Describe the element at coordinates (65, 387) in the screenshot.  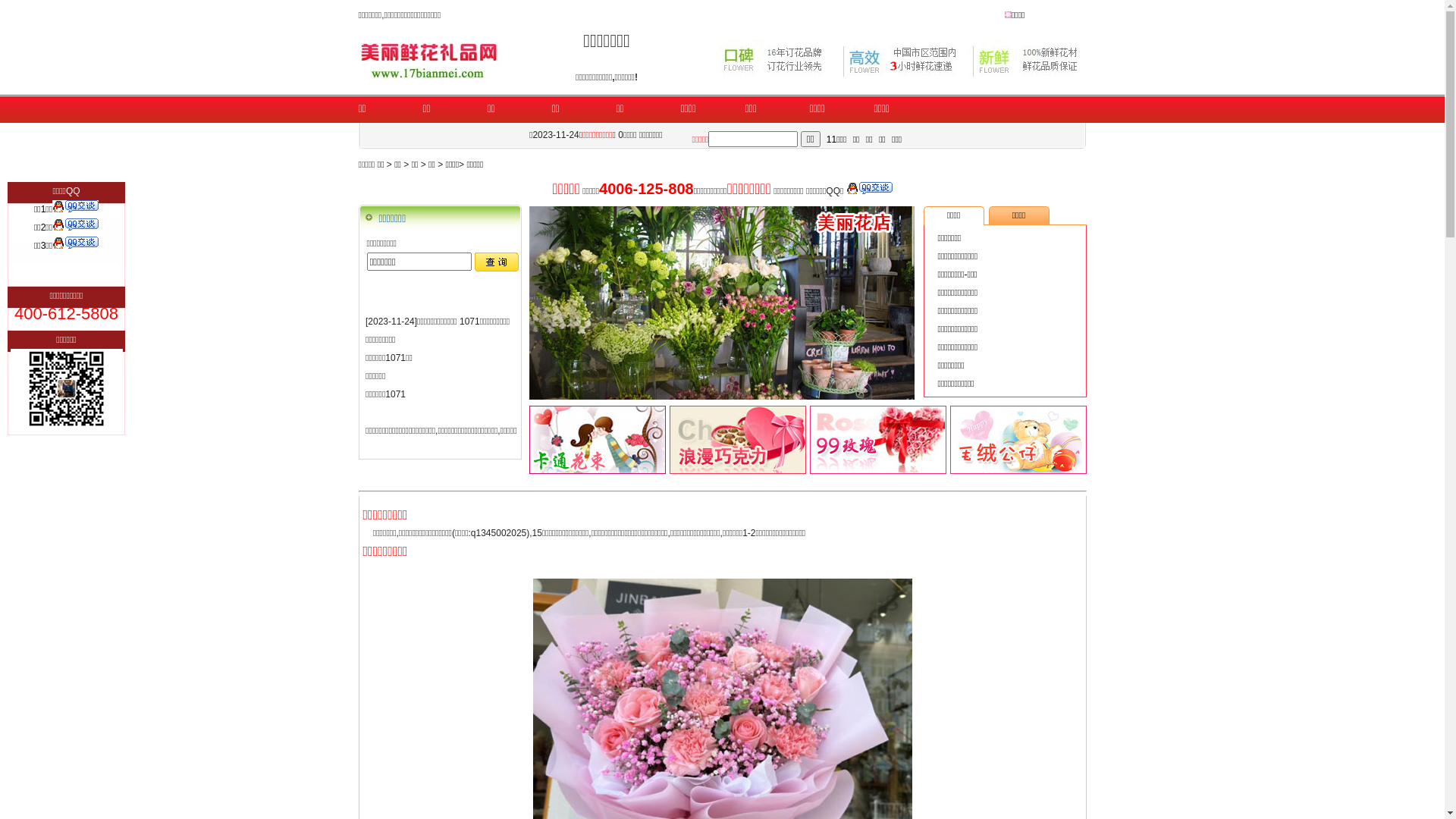
I see `'554243866'` at that location.